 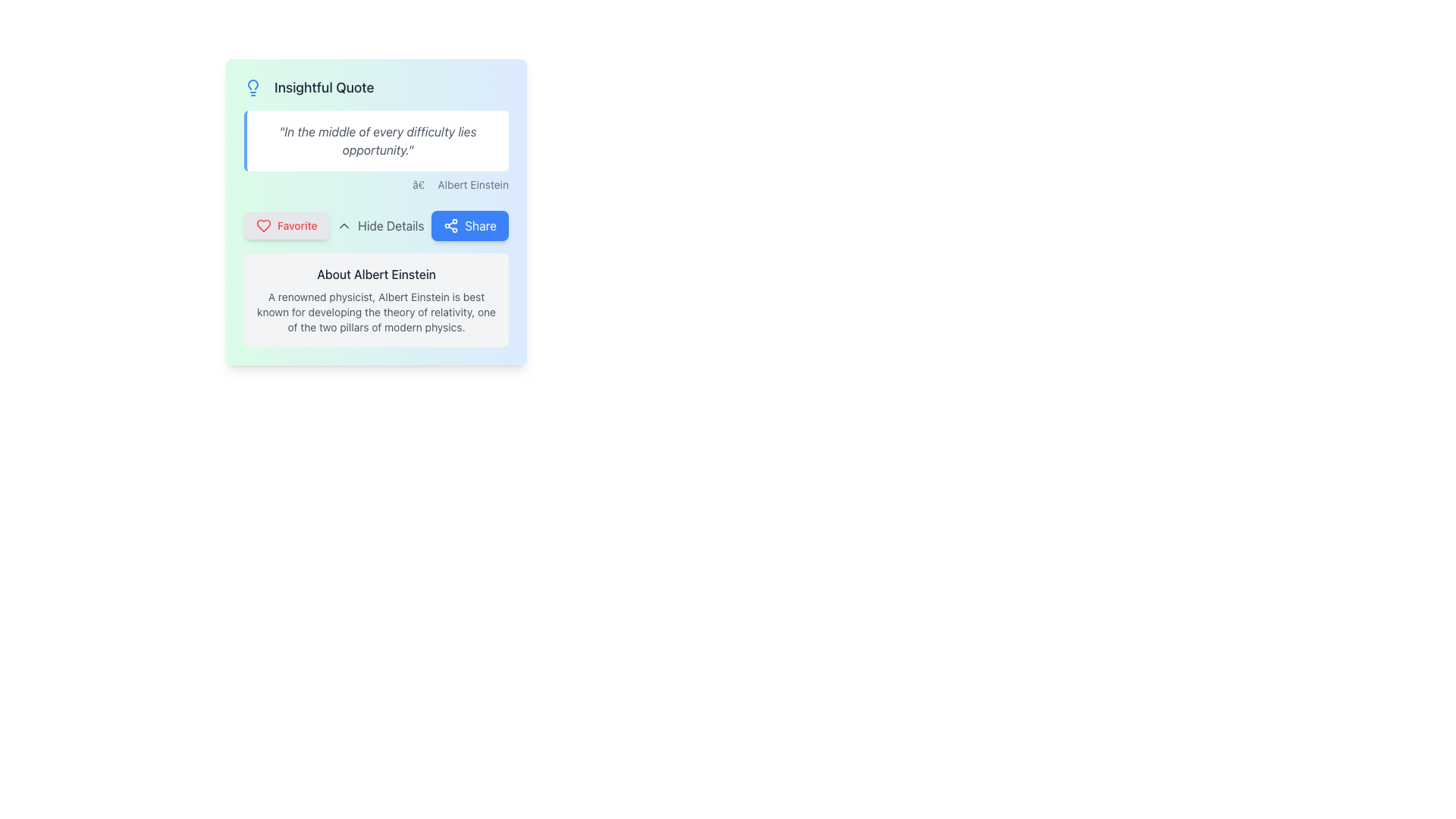 What do you see at coordinates (376, 275) in the screenshot?
I see `the text header that says 'About Albert Einstein', which is styled with a medium weight font and is placed above the content describing Albert Einstein` at bounding box center [376, 275].